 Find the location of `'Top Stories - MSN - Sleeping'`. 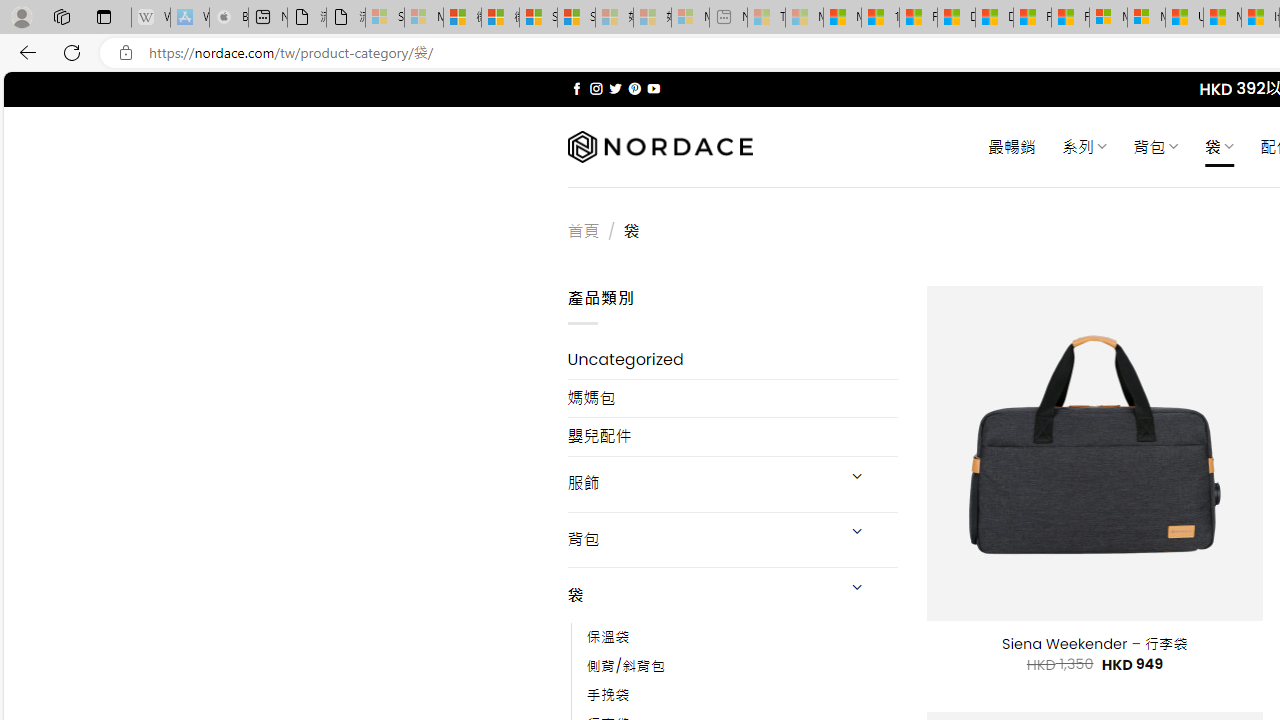

'Top Stories - MSN - Sleeping' is located at coordinates (765, 17).